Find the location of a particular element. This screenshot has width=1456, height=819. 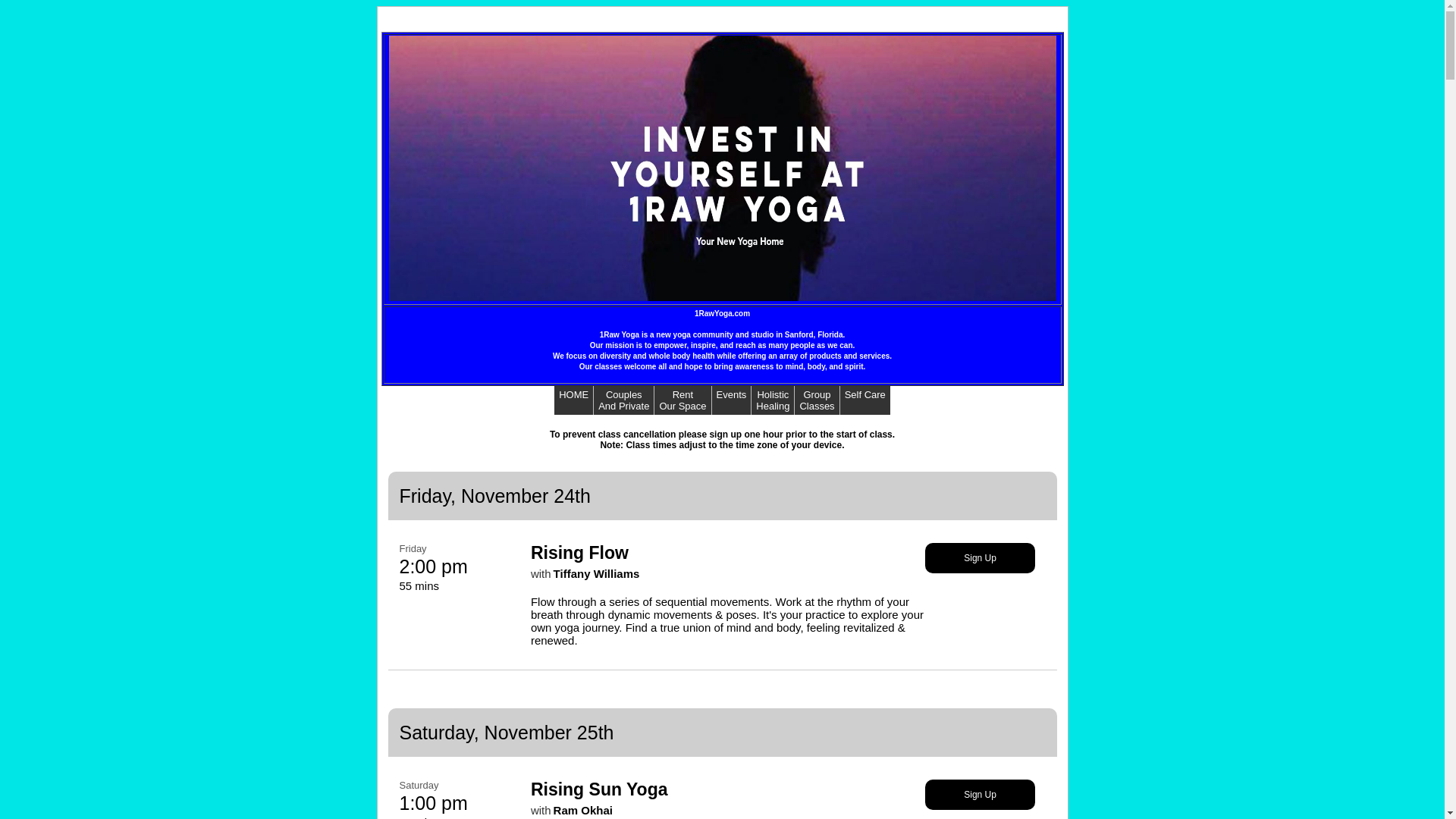

'Holistic is located at coordinates (772, 400).